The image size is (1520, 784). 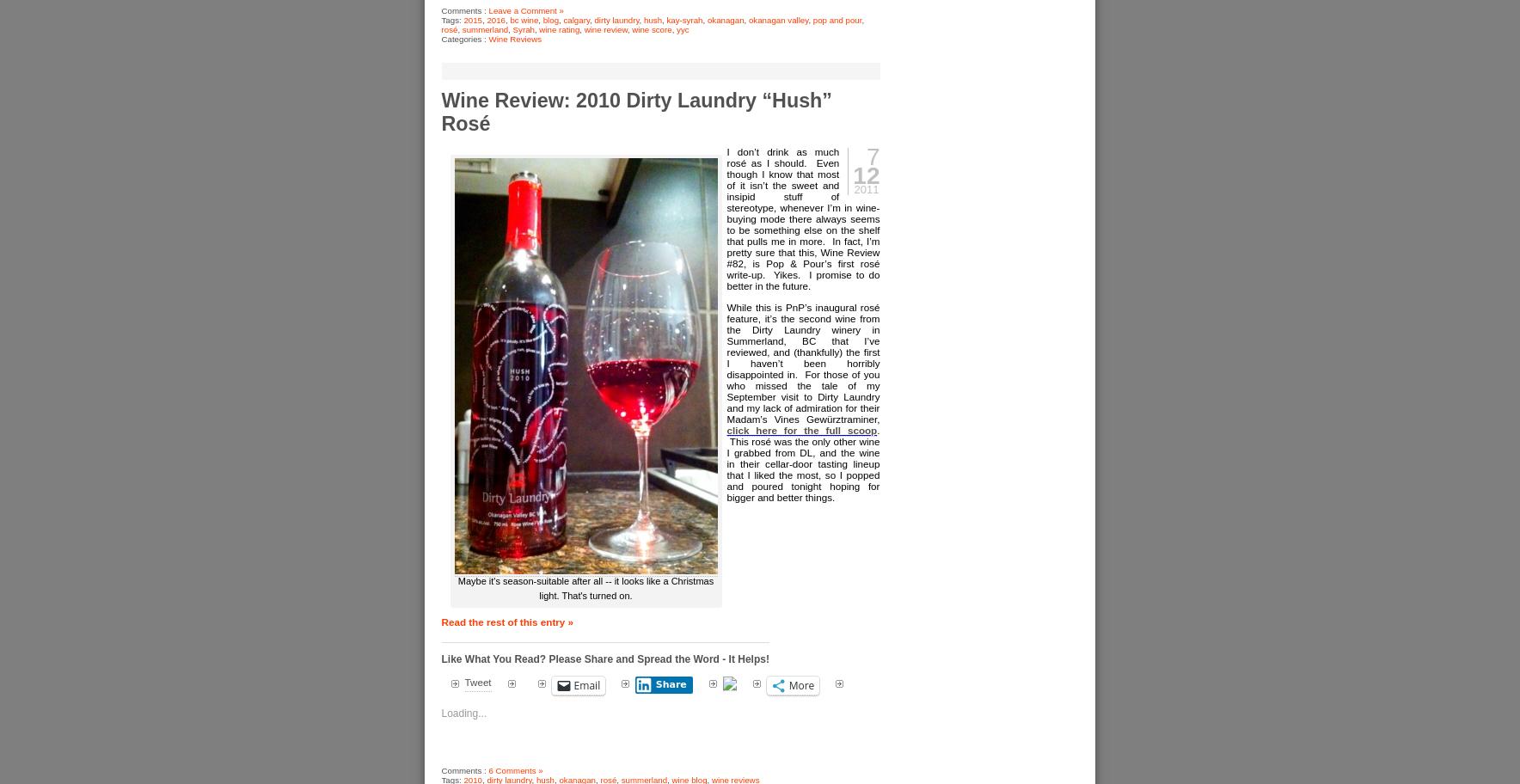 I want to click on 'I don’t drink as much rosé as I should.  Even though I know that most of it isn’t the sweet and insipid stuff of stereotype, whenever I’m in wine-buying mode there always seems to be something else on the shelf that pulls me in more.  In fact, I’m pretty sure that this, Wine Review #82, is Pop & Pour’s first rosé write-up.  Yikes.  I promise to do better in the future.', so click(x=802, y=217).